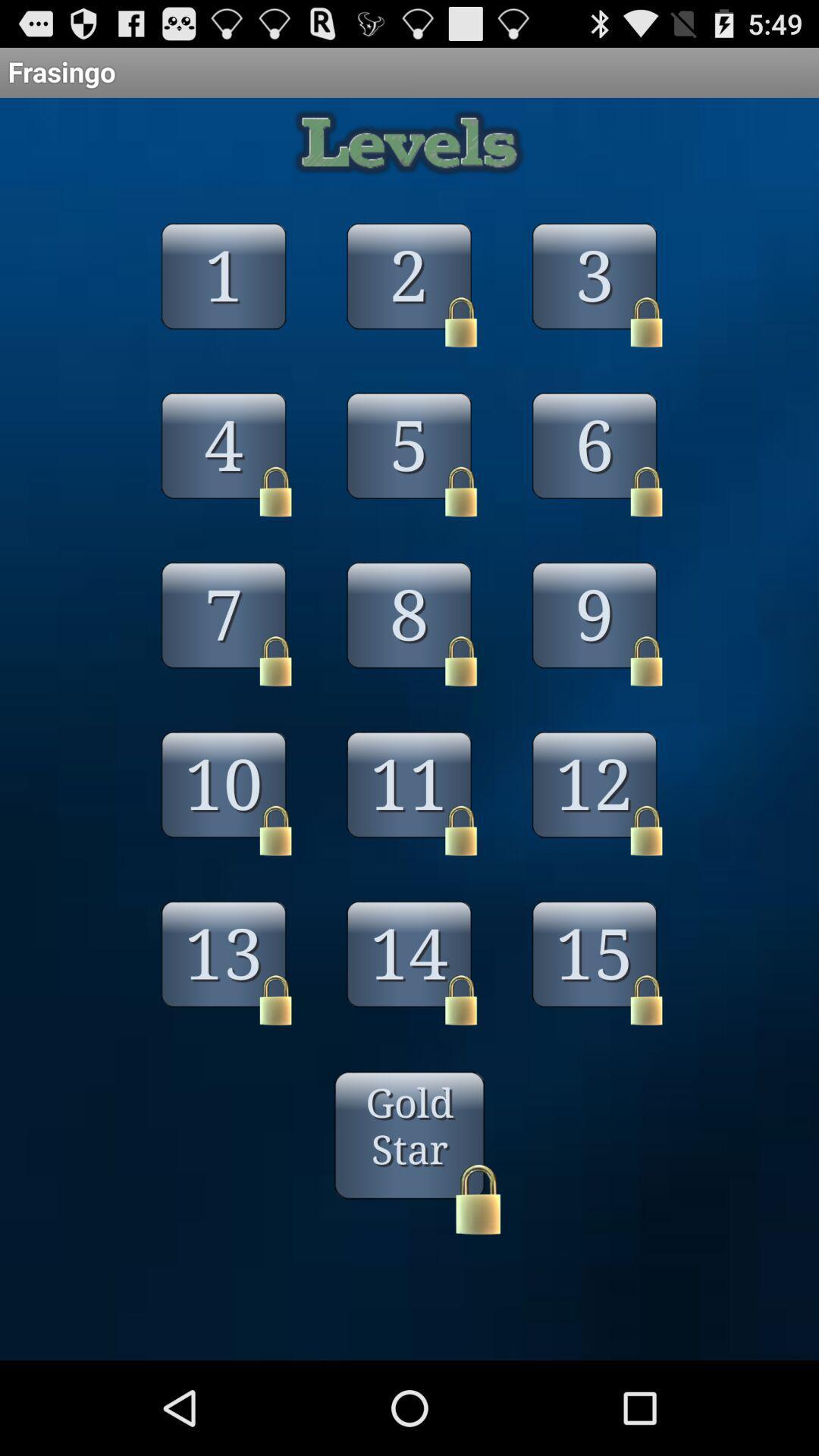 The width and height of the screenshot is (819, 1456). Describe the element at coordinates (224, 317) in the screenshot. I see `the facebook icon` at that location.